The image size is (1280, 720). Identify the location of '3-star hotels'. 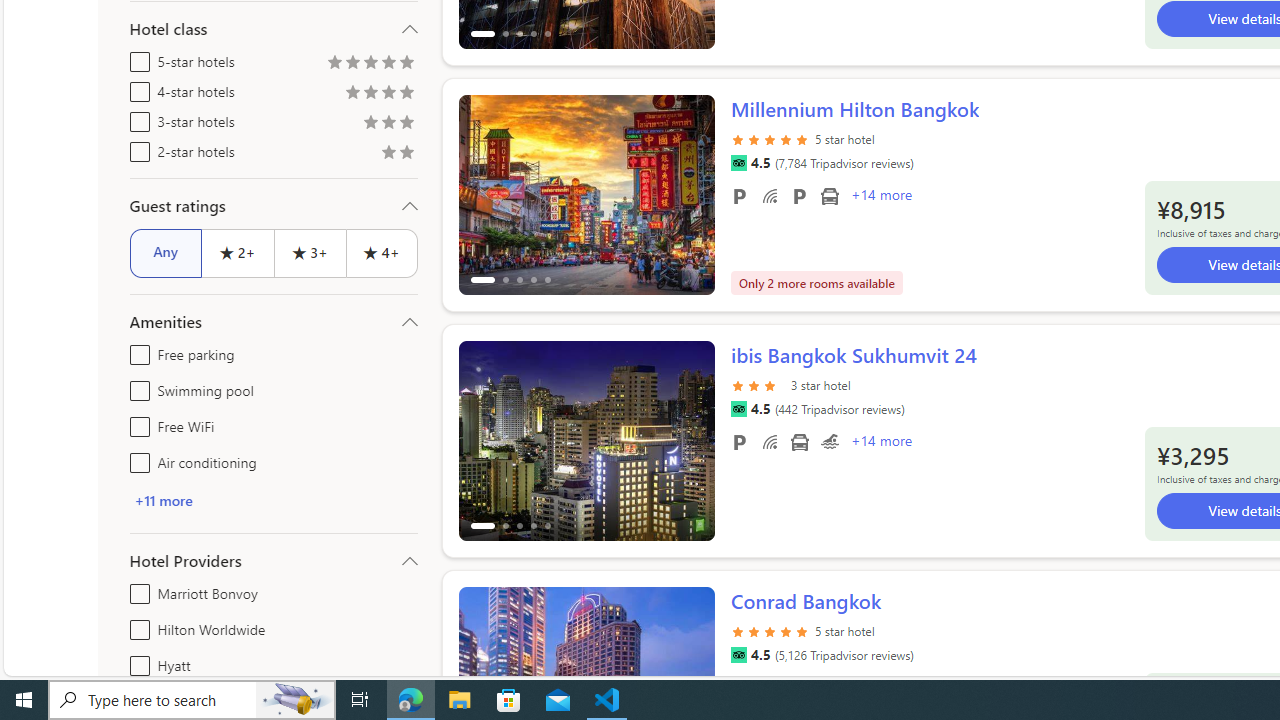
(135, 118).